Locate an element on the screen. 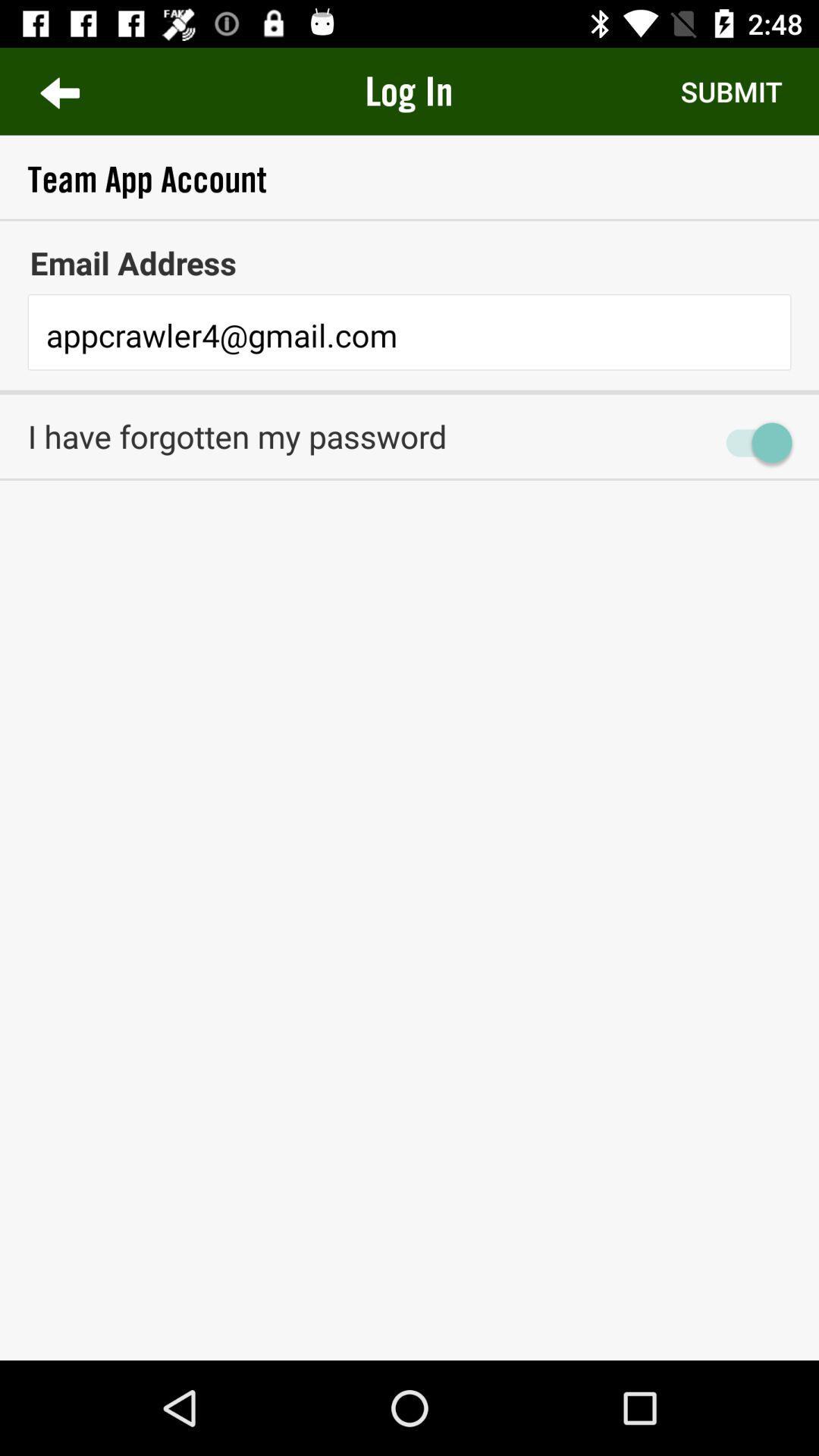 The image size is (819, 1456). the icon above appcrawler4@gmail.com is located at coordinates (409, 262).